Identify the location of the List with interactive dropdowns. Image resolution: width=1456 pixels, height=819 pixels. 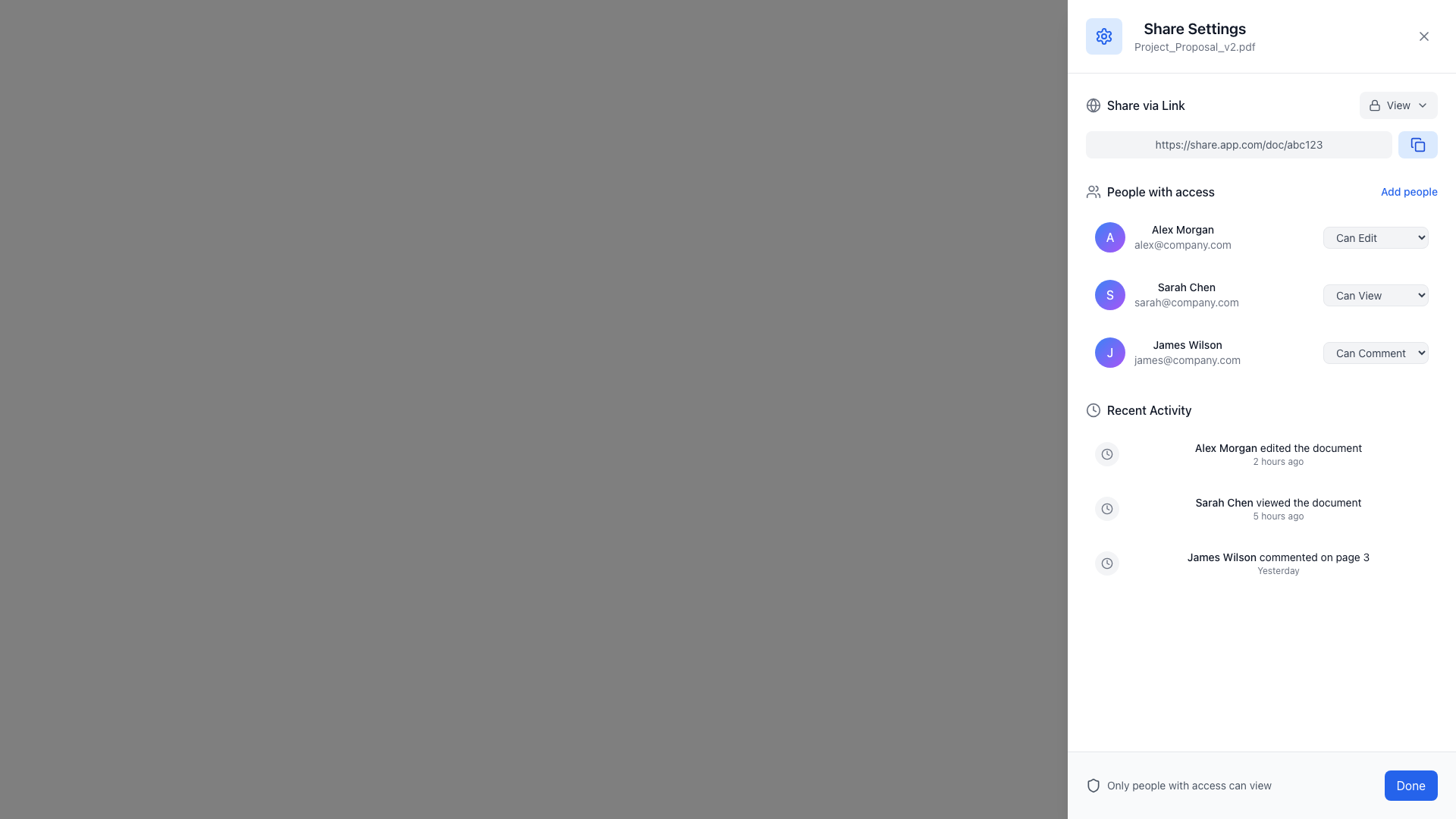
(1262, 280).